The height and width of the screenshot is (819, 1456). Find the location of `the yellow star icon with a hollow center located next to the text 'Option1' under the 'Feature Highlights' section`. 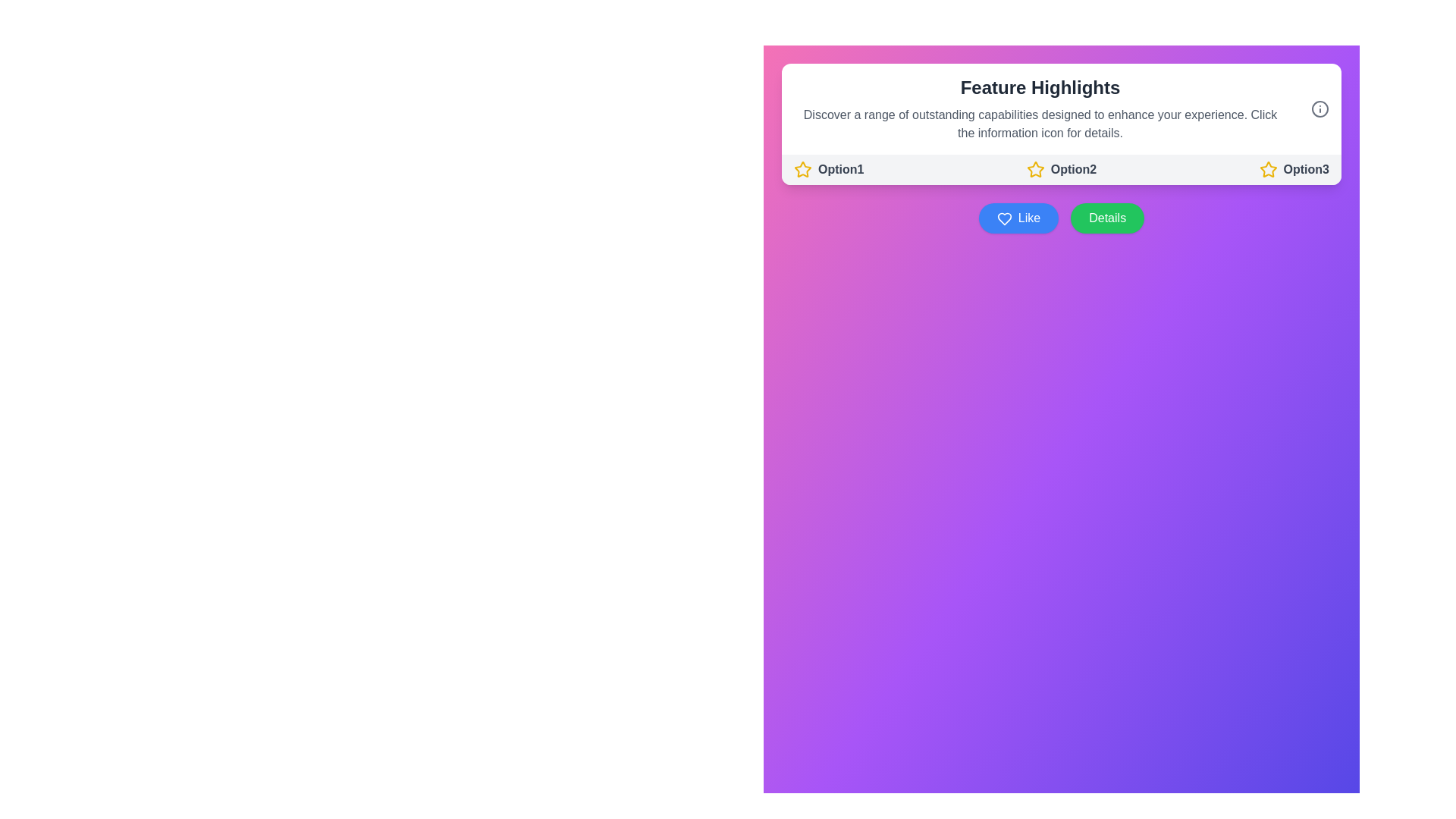

the yellow star icon with a hollow center located next to the text 'Option1' under the 'Feature Highlights' section is located at coordinates (802, 169).